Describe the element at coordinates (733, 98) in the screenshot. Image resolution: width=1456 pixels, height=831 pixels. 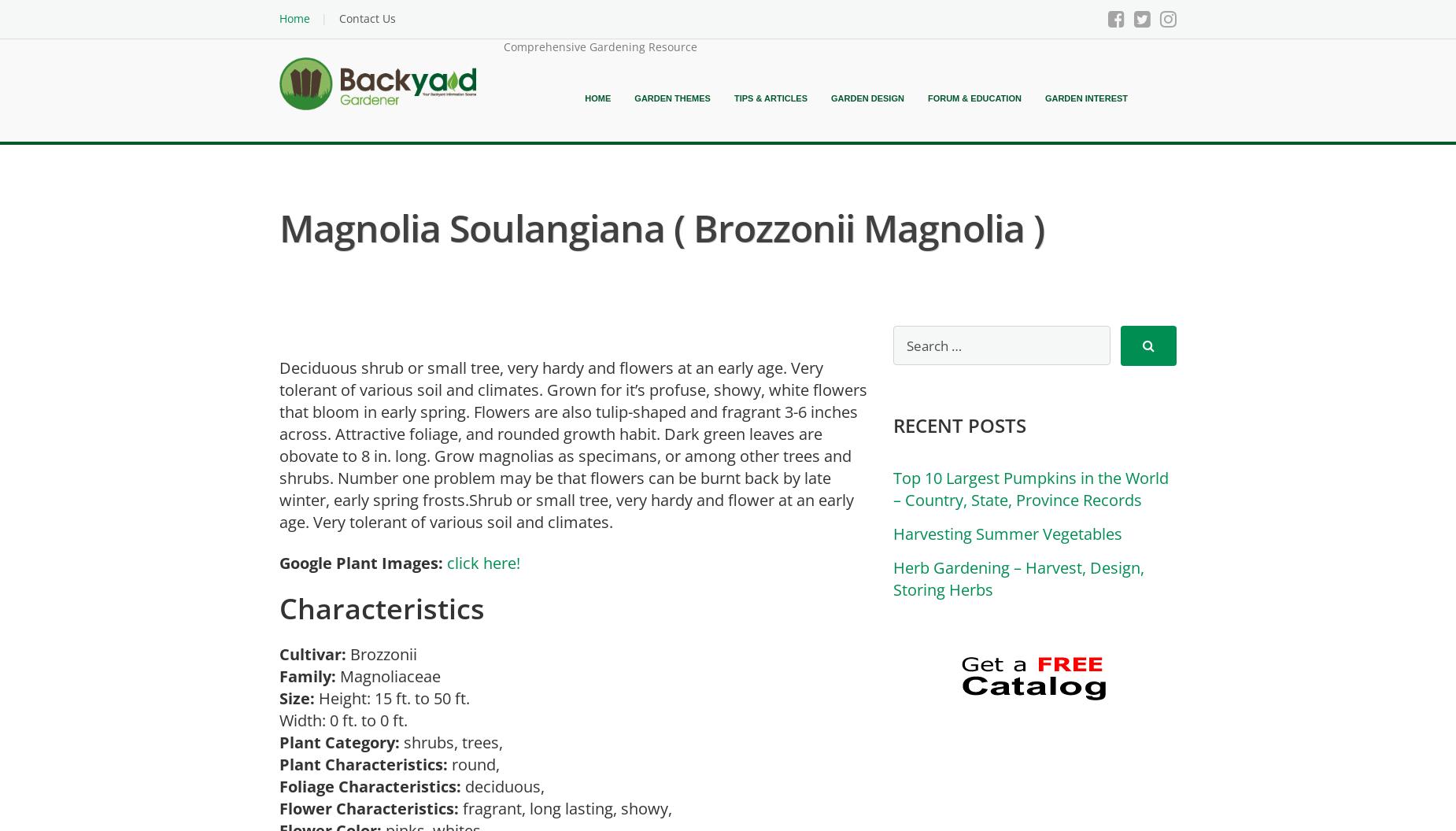
I see `'Tips & Articles'` at that location.